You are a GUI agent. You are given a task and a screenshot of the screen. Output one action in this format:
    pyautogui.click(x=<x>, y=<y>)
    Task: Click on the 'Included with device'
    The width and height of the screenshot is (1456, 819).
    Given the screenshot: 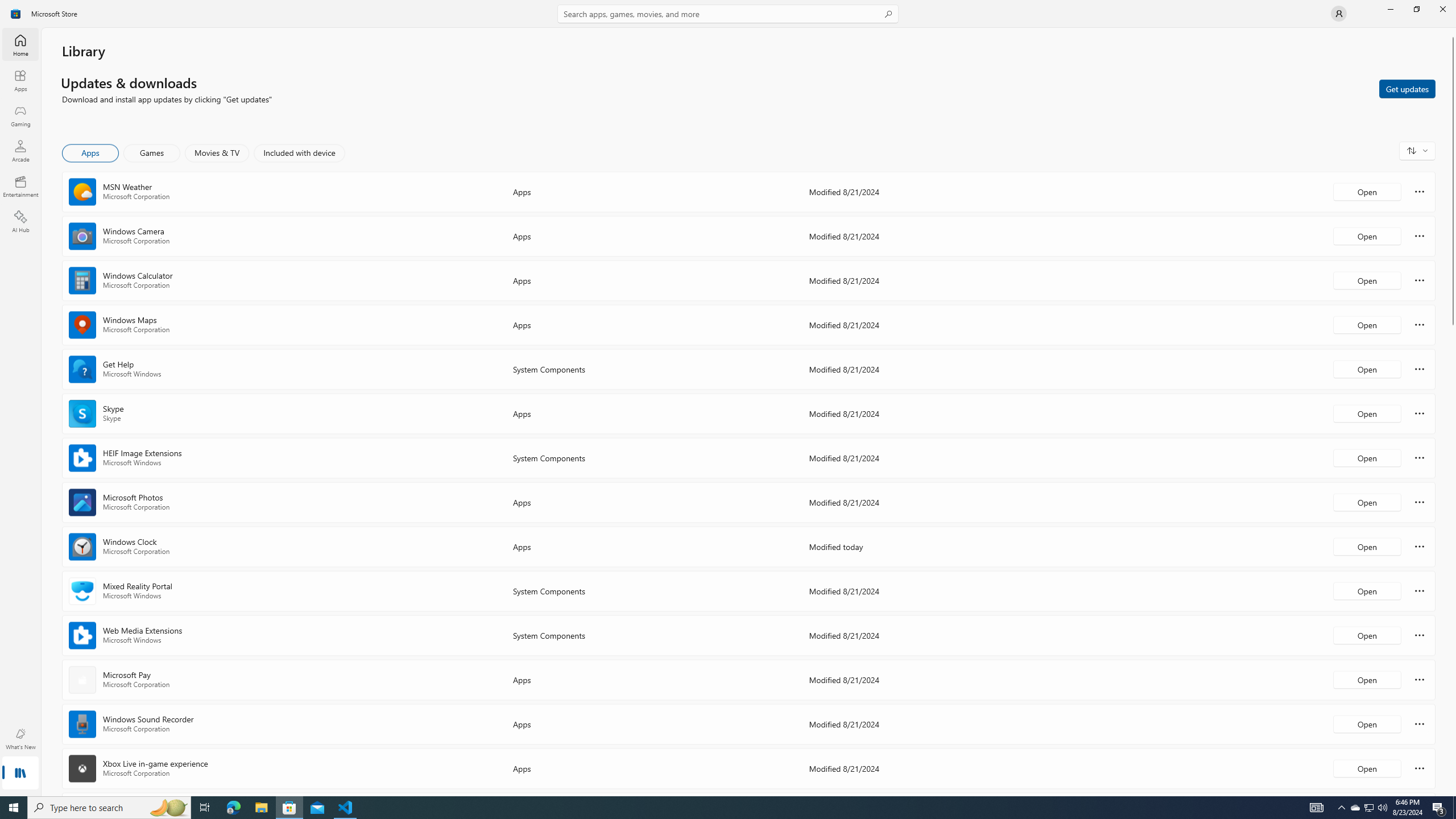 What is the action you would take?
    pyautogui.click(x=299, y=152)
    